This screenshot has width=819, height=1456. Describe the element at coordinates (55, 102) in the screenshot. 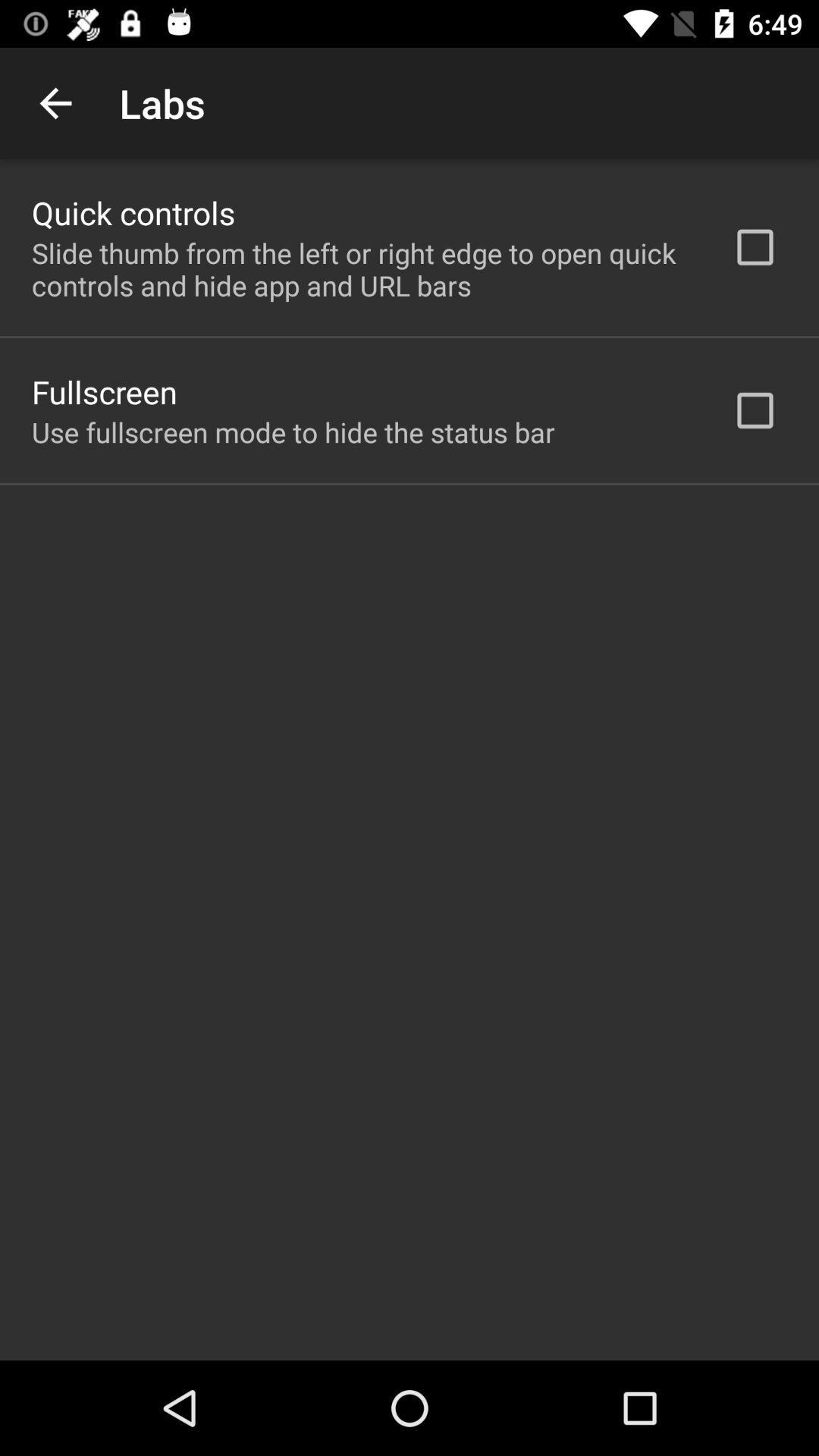

I see `icon to the left of the labs app` at that location.